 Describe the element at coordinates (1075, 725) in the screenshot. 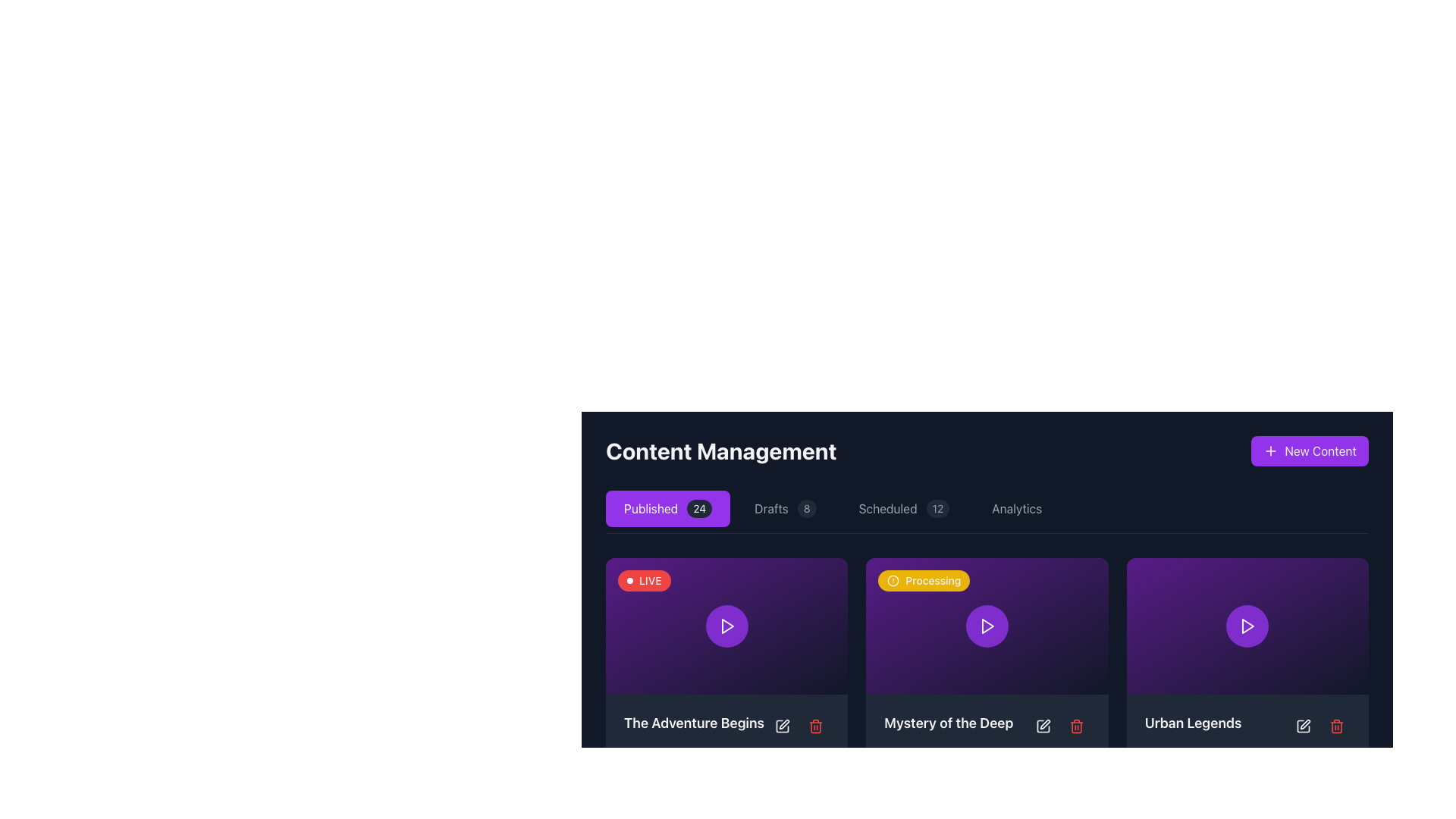

I see `the delete button located at the bottom-right corner of the 'Mystery of the Deep' card` at that location.